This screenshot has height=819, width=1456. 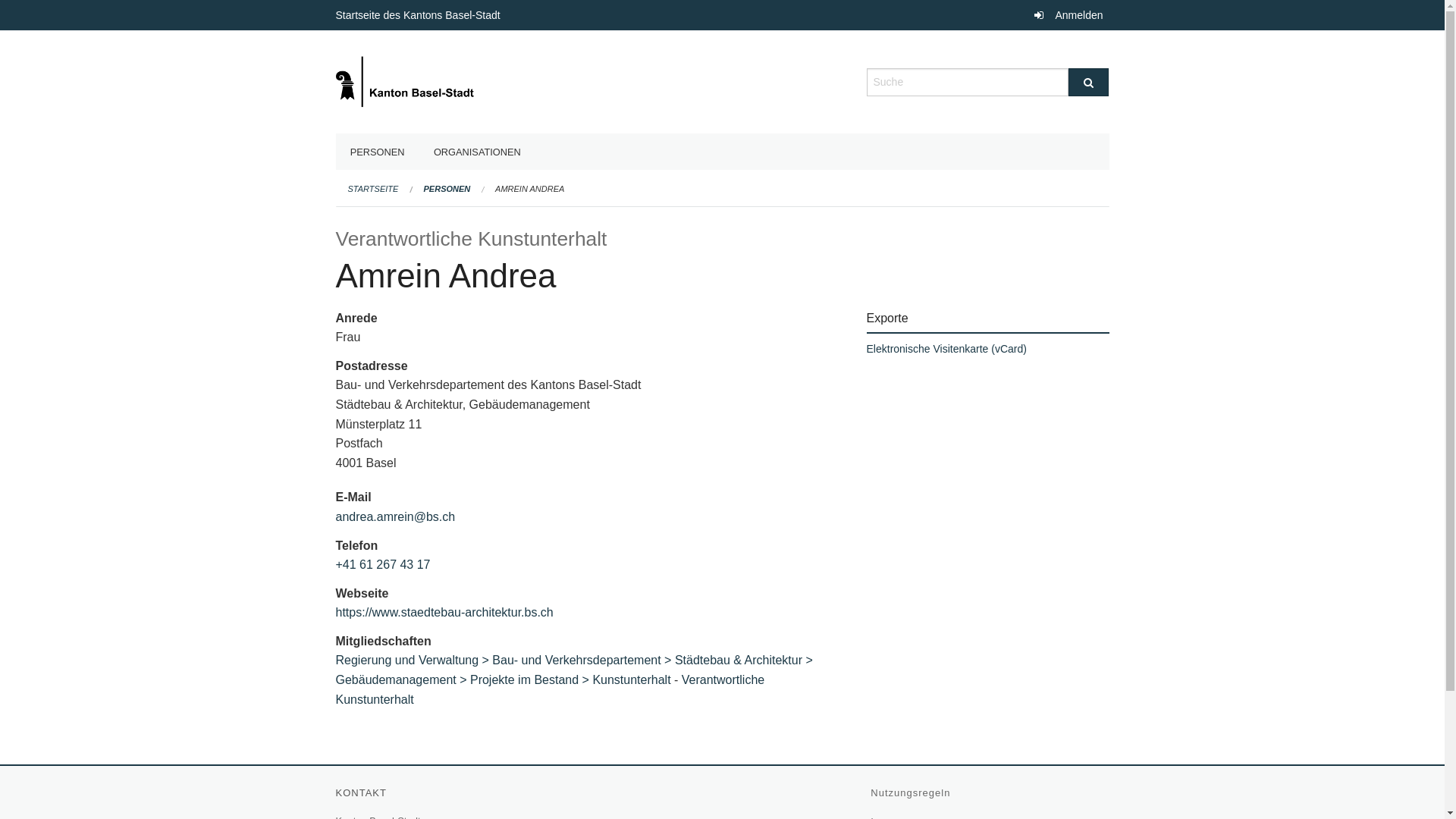 What do you see at coordinates (631, 679) in the screenshot?
I see `'Kunstunterhalt'` at bounding box center [631, 679].